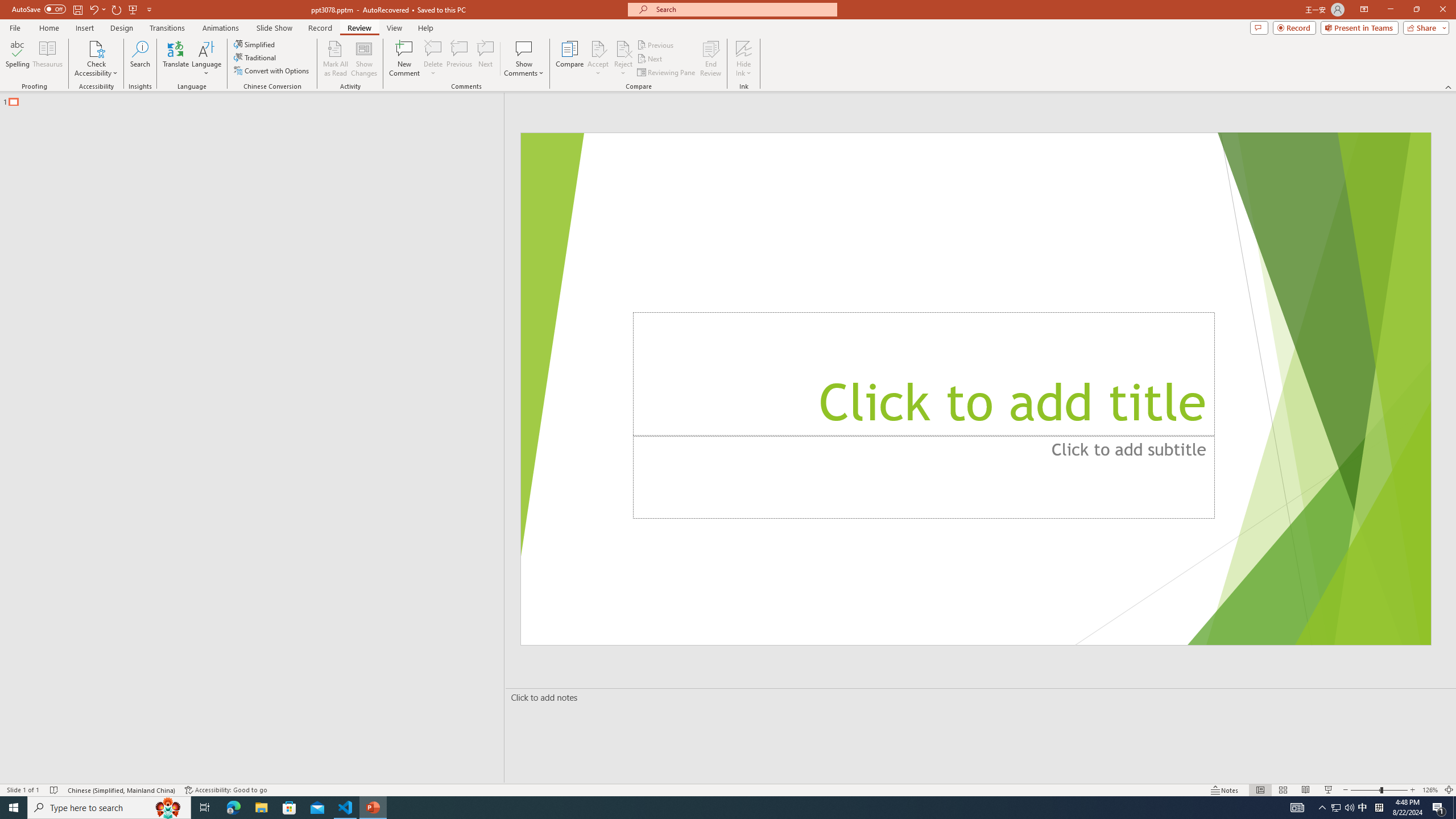 This screenshot has width=1456, height=819. Describe the element at coordinates (271, 69) in the screenshot. I see `'Convert with Options...'` at that location.